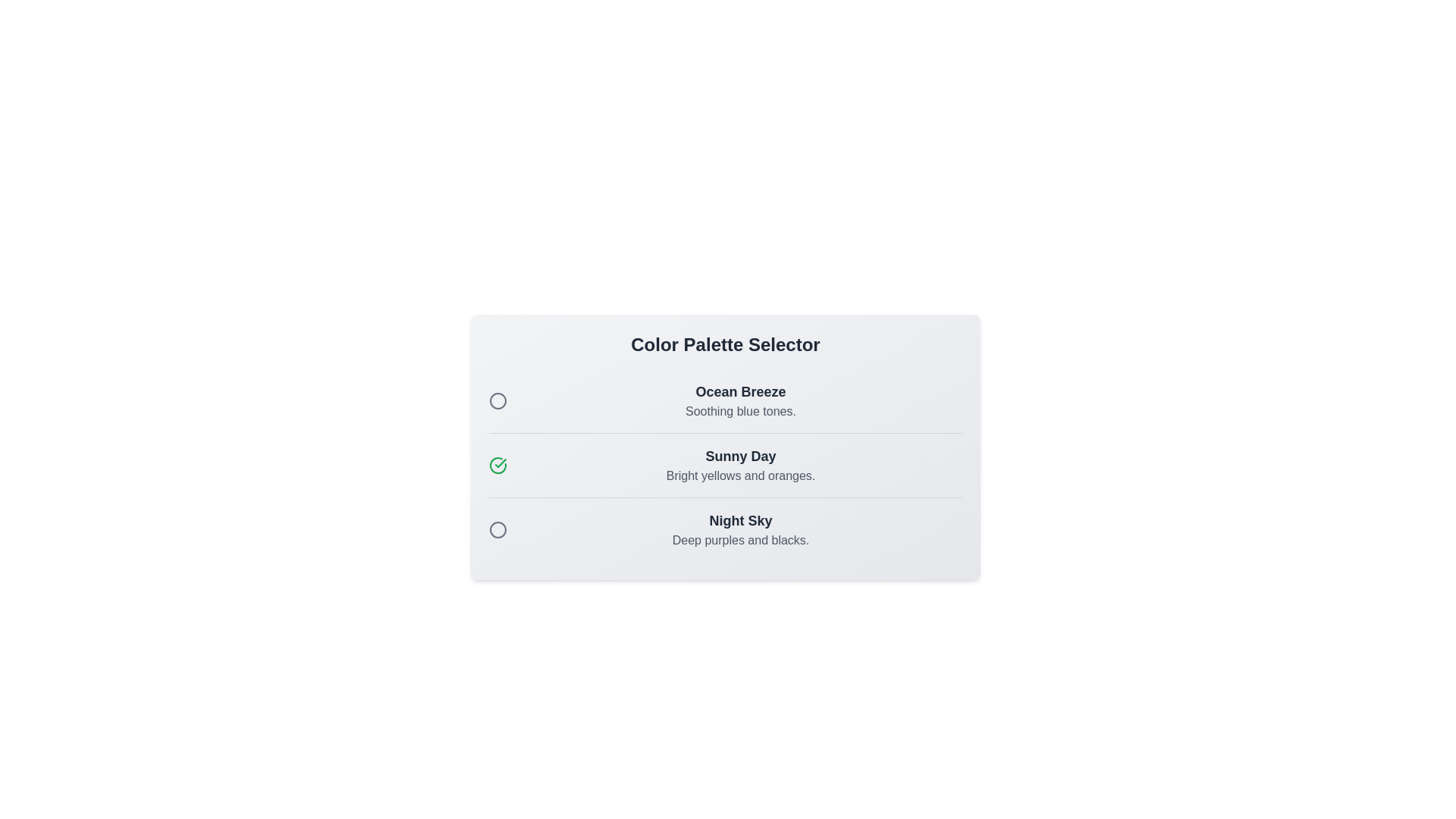  Describe the element at coordinates (498, 464) in the screenshot. I see `the color palette Sunny Day` at that location.